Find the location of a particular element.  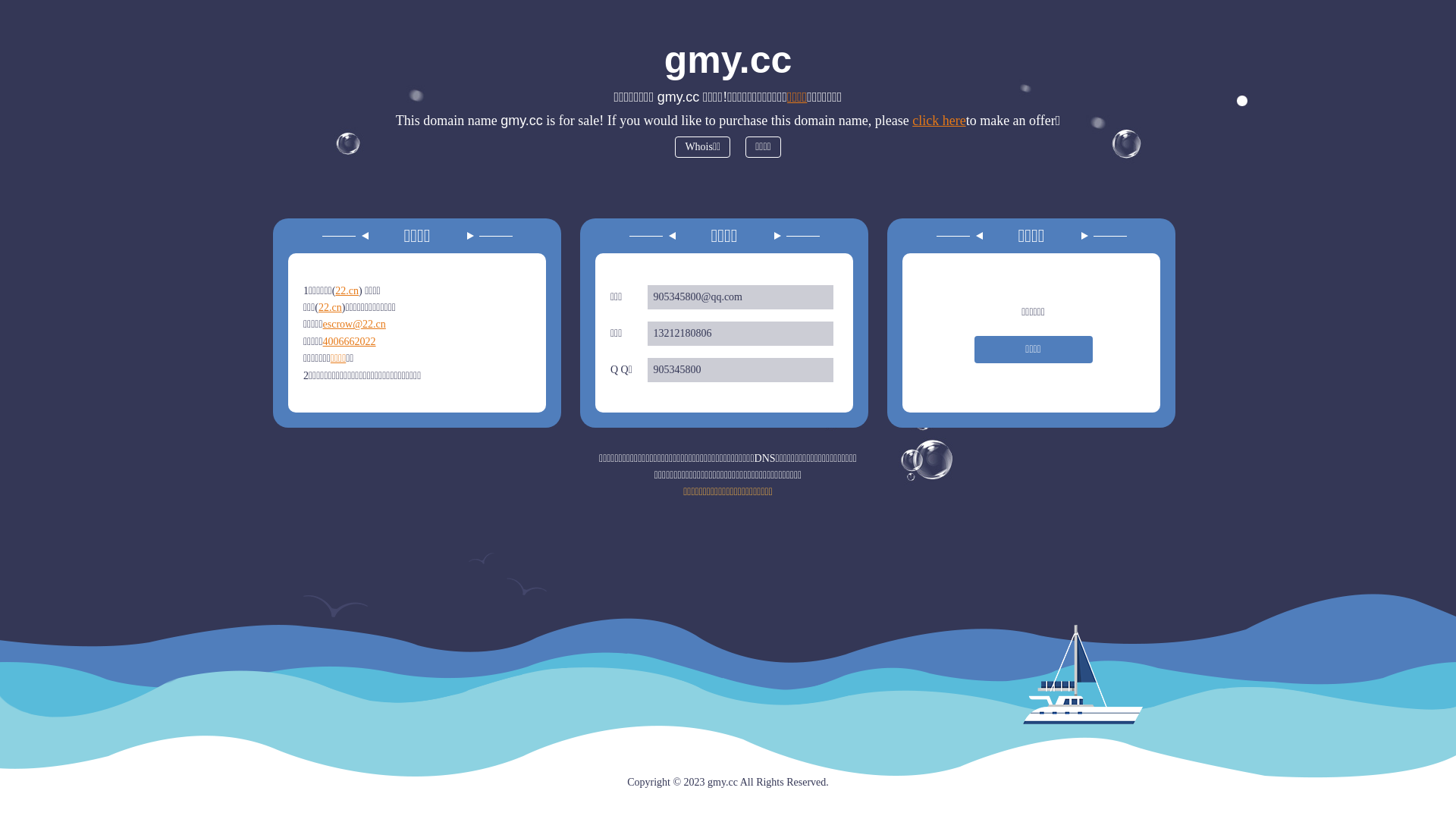

'4006662022' is located at coordinates (348, 341).